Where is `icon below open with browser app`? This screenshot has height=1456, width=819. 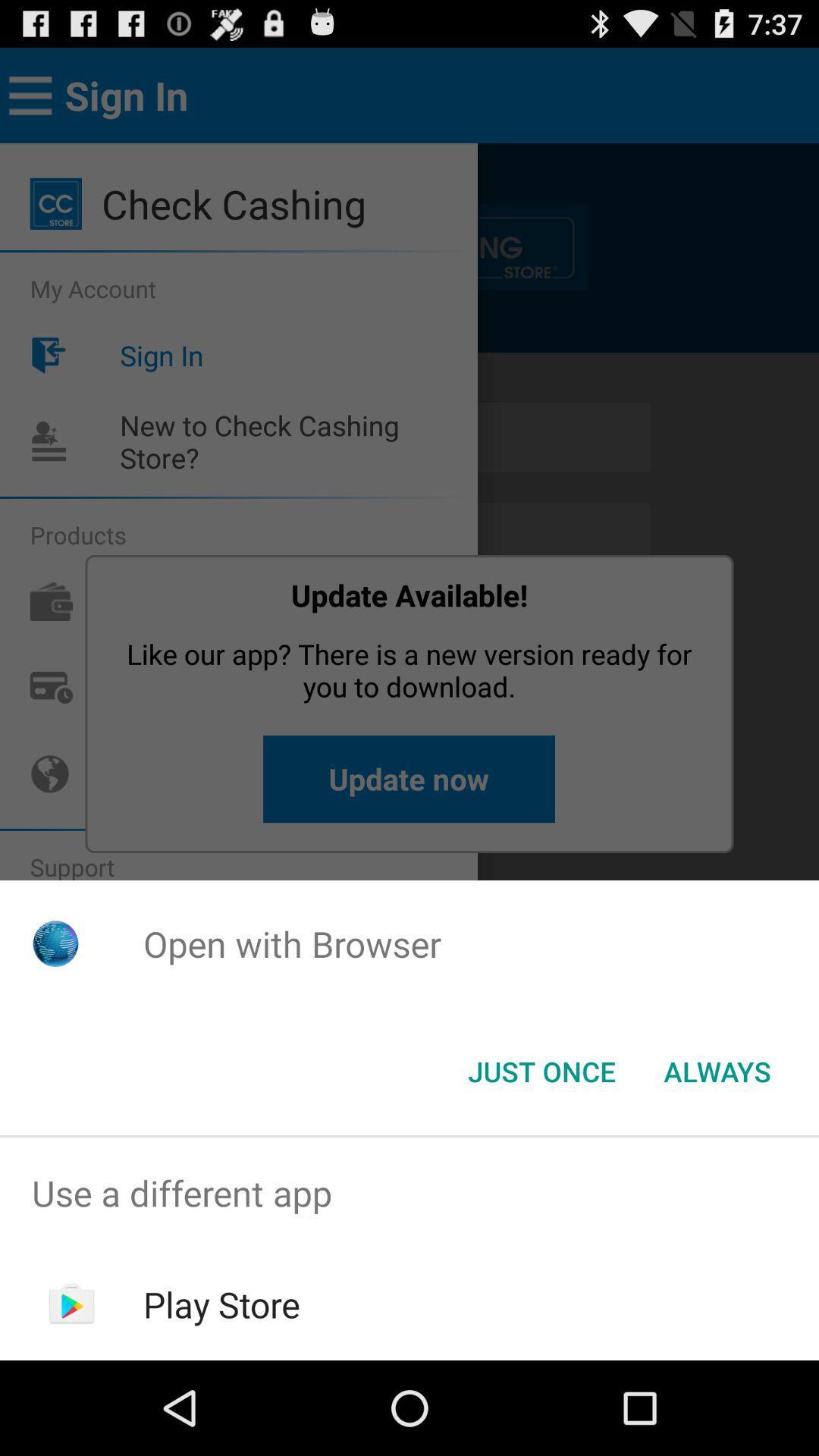
icon below open with browser app is located at coordinates (541, 1070).